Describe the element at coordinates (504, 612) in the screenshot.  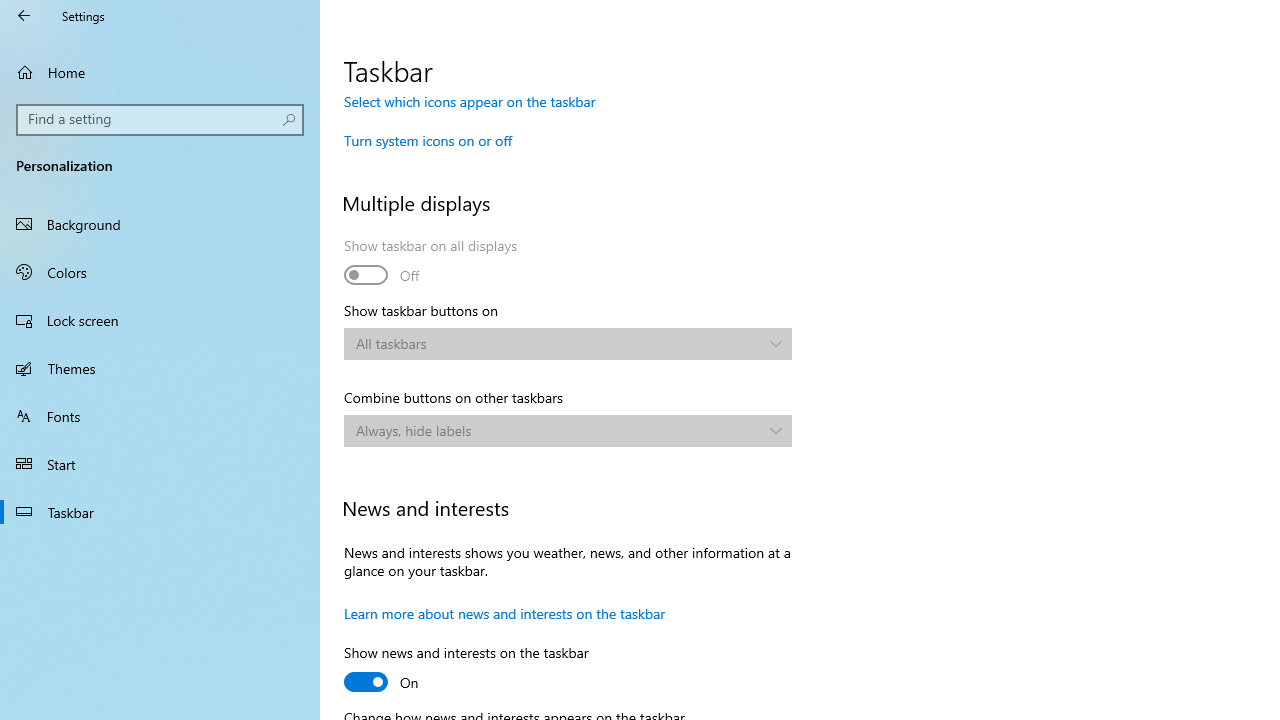
I see `'Learn more about news and interests on the taskbar'` at that location.